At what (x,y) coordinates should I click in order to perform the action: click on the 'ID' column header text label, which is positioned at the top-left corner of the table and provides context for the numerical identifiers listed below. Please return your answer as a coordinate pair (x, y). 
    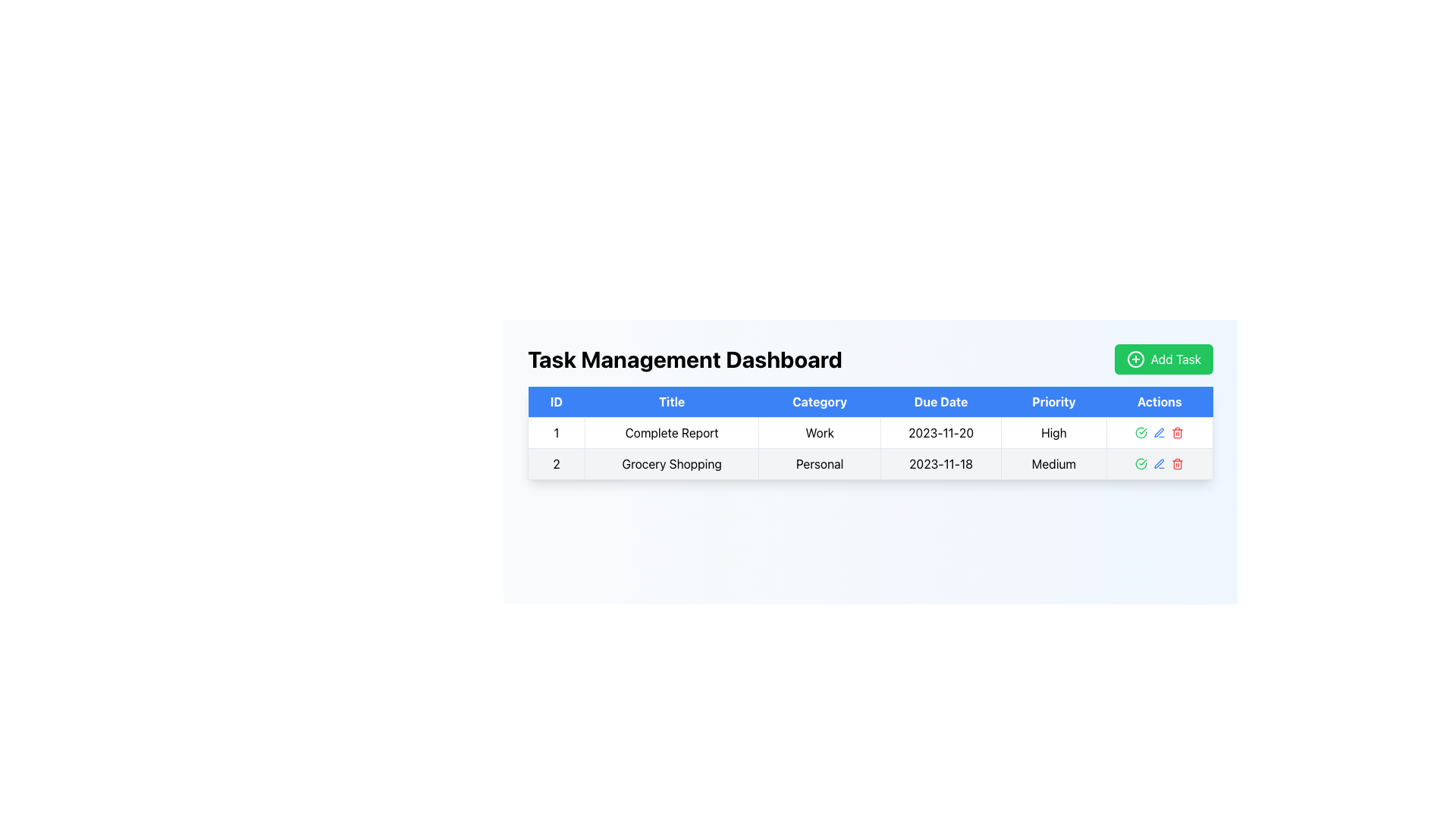
    Looking at the image, I should click on (556, 401).